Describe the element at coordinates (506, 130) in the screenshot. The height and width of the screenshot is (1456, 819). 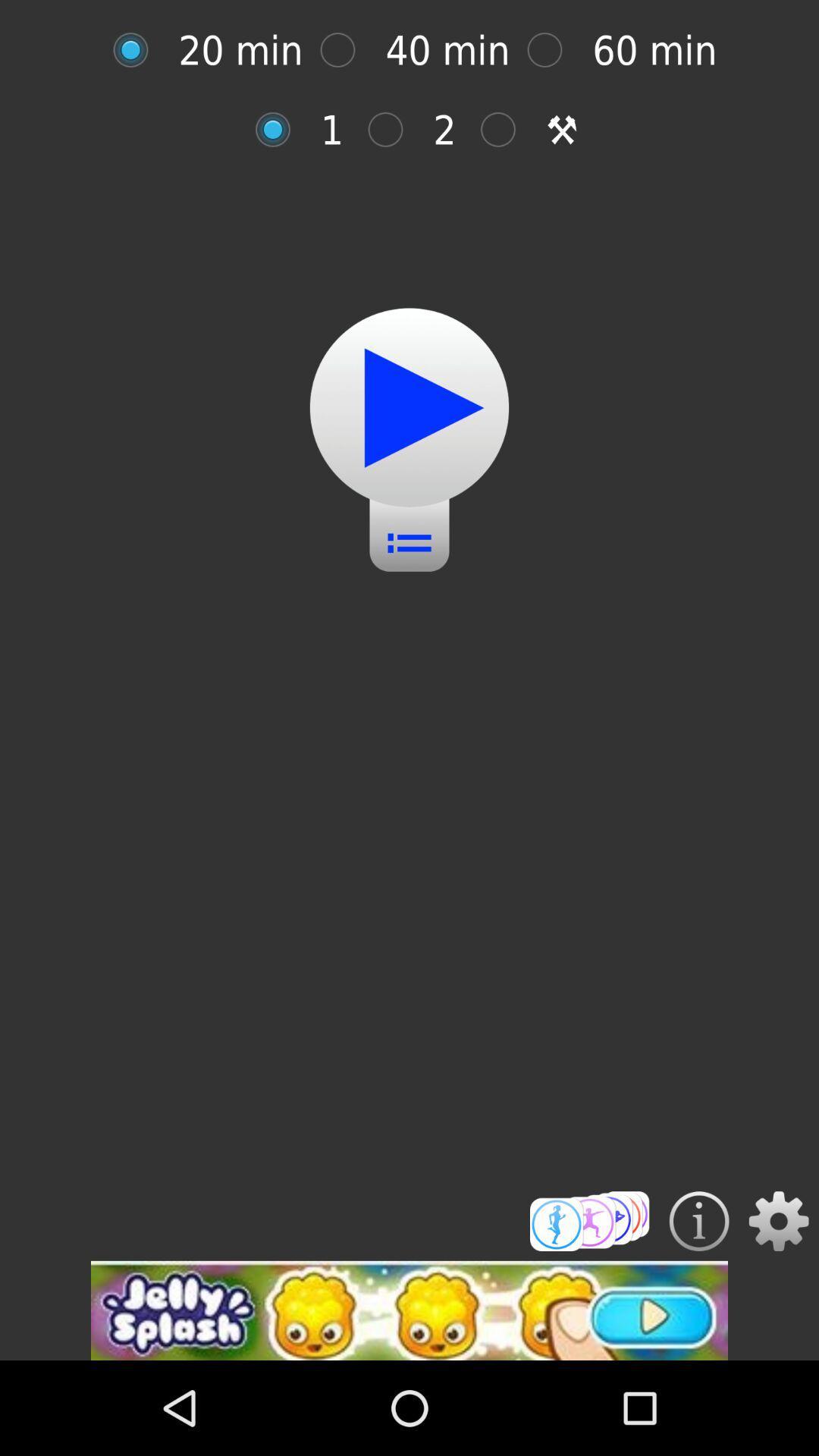
I see `next` at that location.